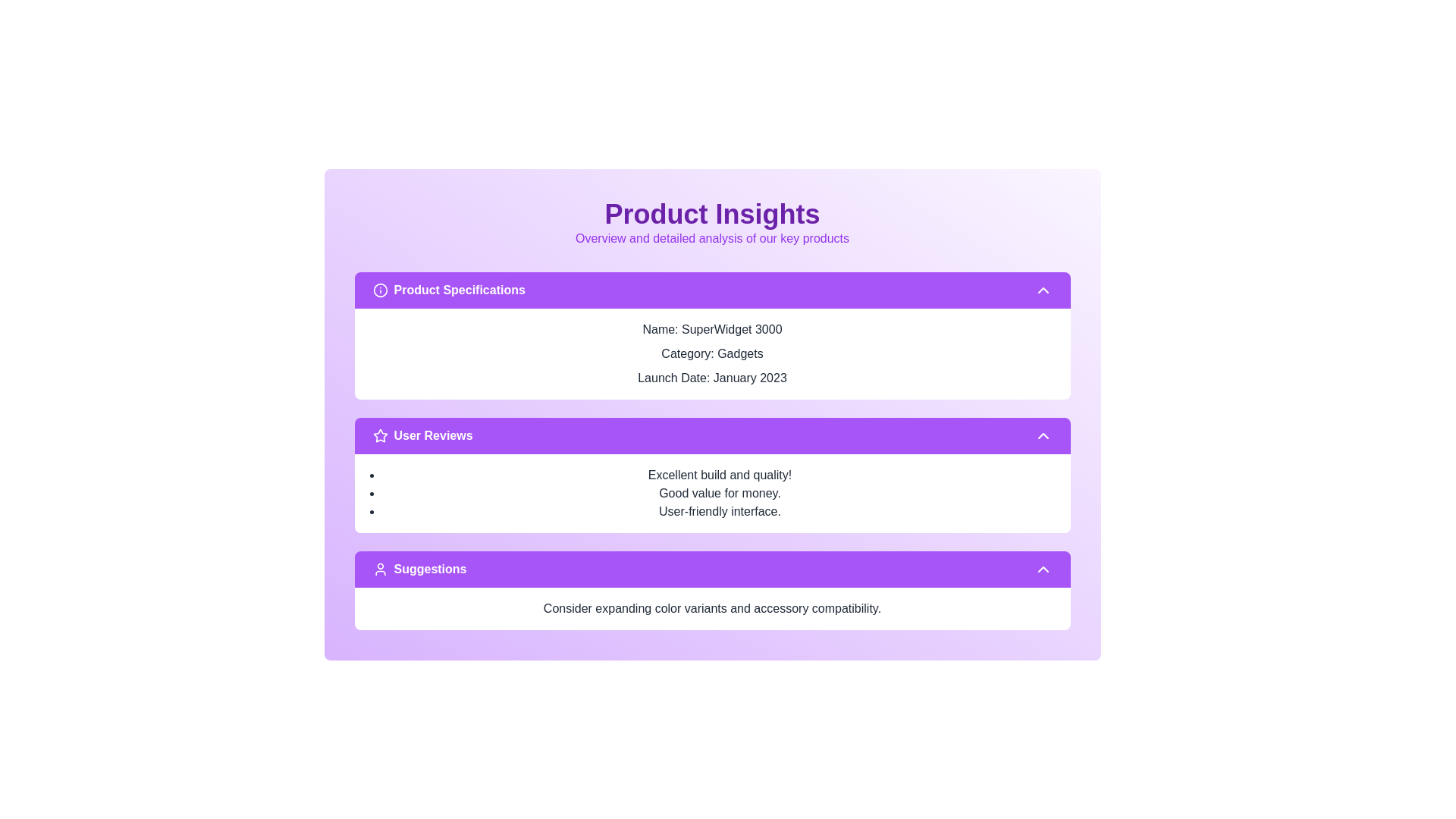 This screenshot has height=819, width=1456. Describe the element at coordinates (719, 494) in the screenshot. I see `the second item in the 'User Reviews' section that highlights the product's affordability, located between 'Excellent build and quality!' and 'User-friendly interface.'` at that location.